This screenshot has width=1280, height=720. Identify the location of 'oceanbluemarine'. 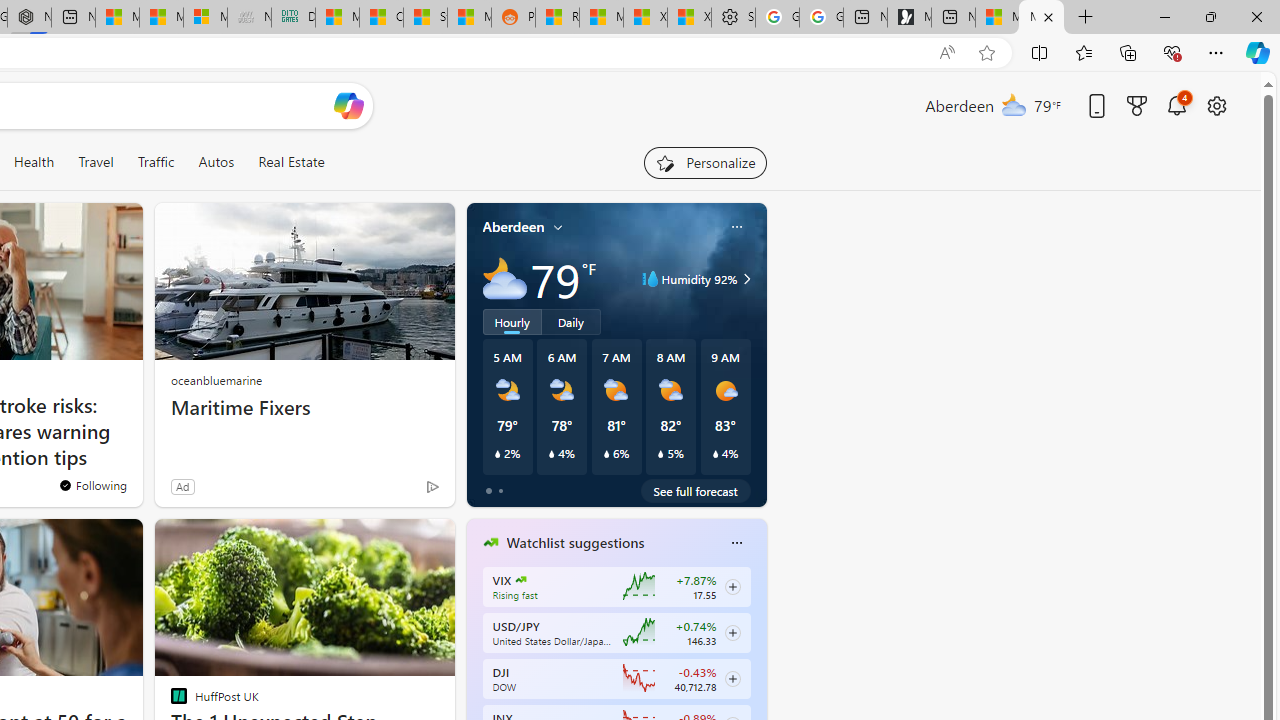
(216, 380).